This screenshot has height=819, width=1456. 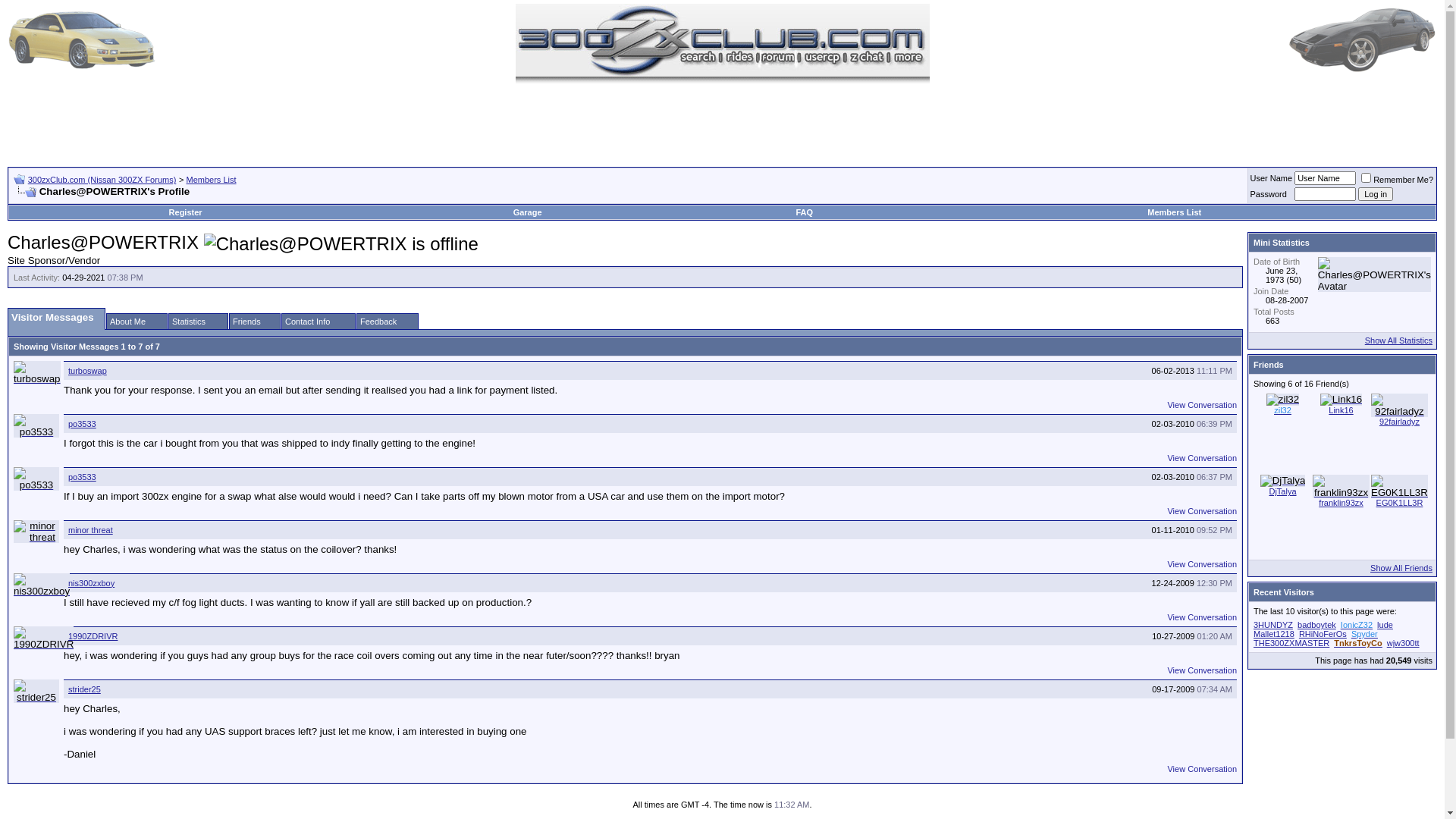 I want to click on 'wjw300tt', so click(x=1386, y=643).